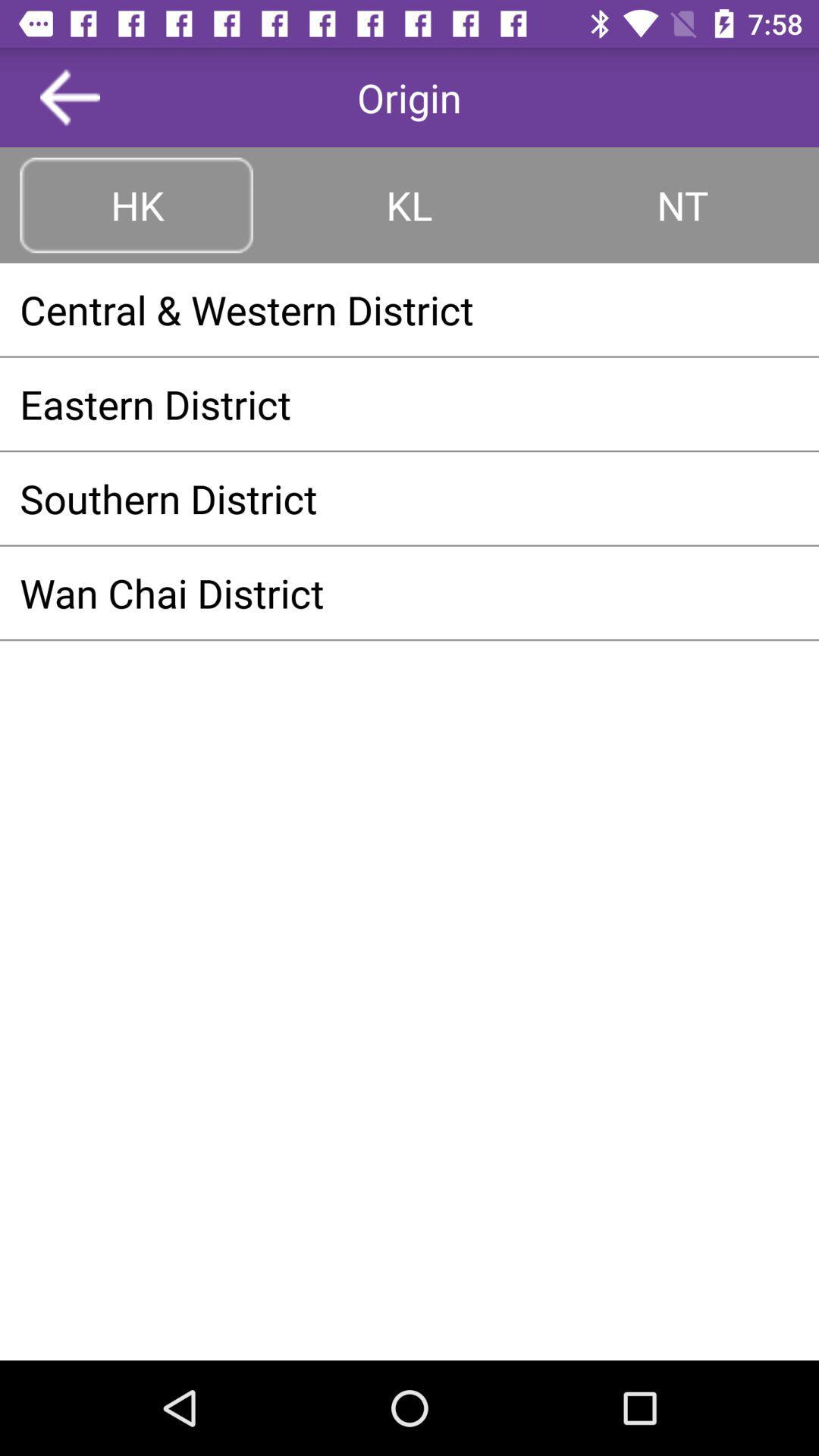  Describe the element at coordinates (136, 204) in the screenshot. I see `hk` at that location.